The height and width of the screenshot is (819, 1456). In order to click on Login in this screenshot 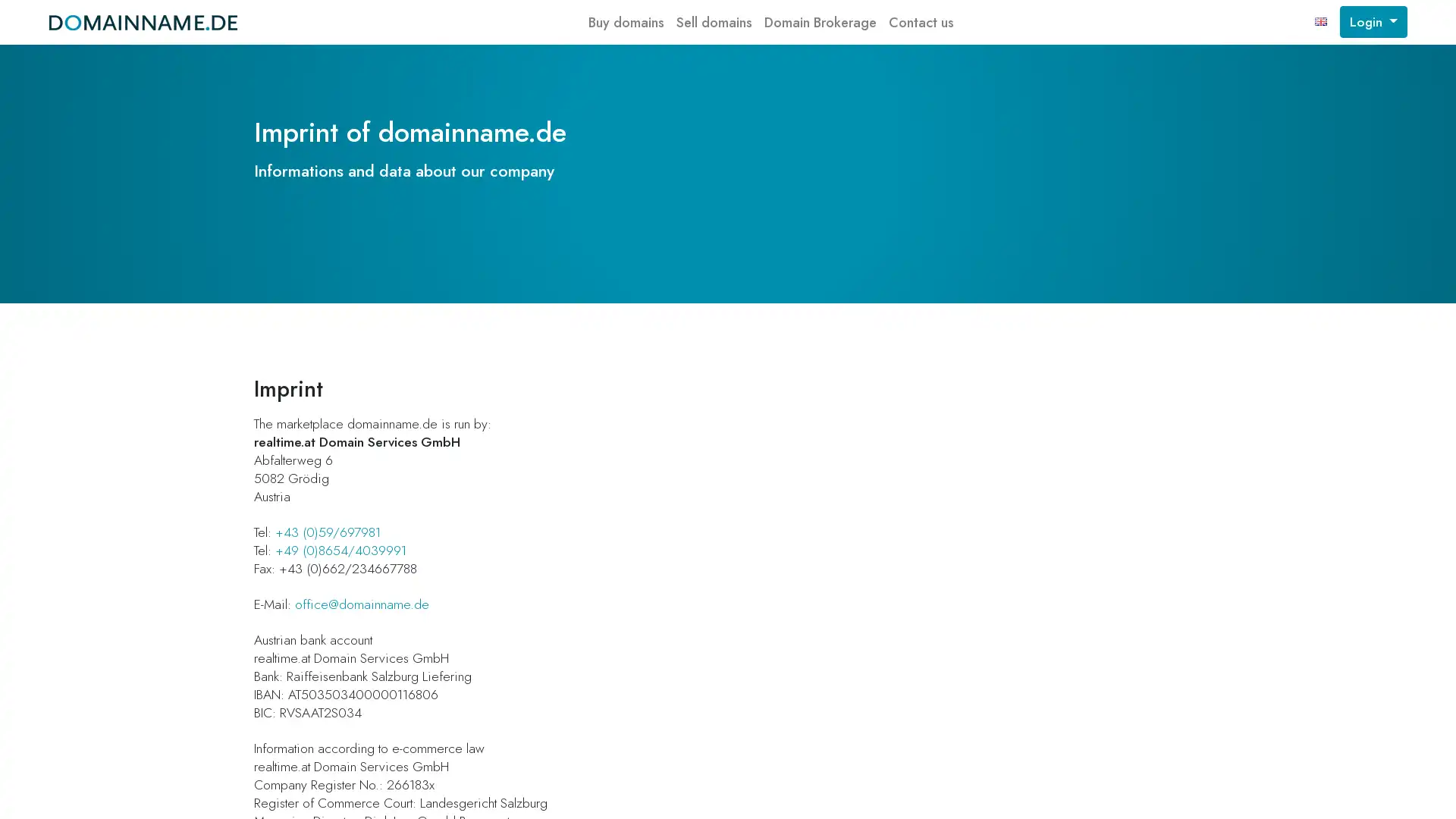, I will do `click(1373, 22)`.